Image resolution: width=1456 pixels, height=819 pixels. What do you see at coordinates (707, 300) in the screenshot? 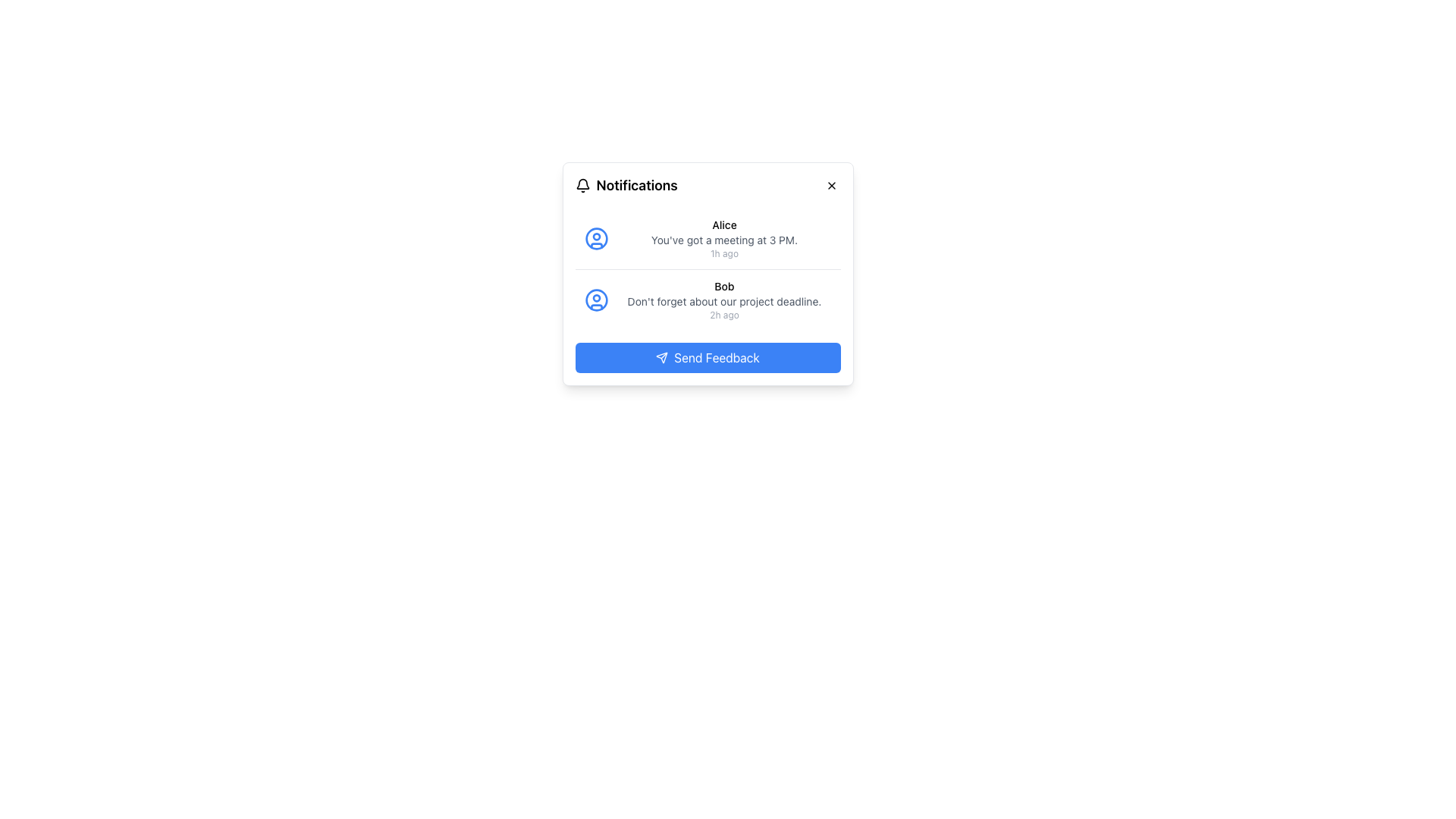
I see `the notification item from 'Bob' regarding a project deadline` at bounding box center [707, 300].